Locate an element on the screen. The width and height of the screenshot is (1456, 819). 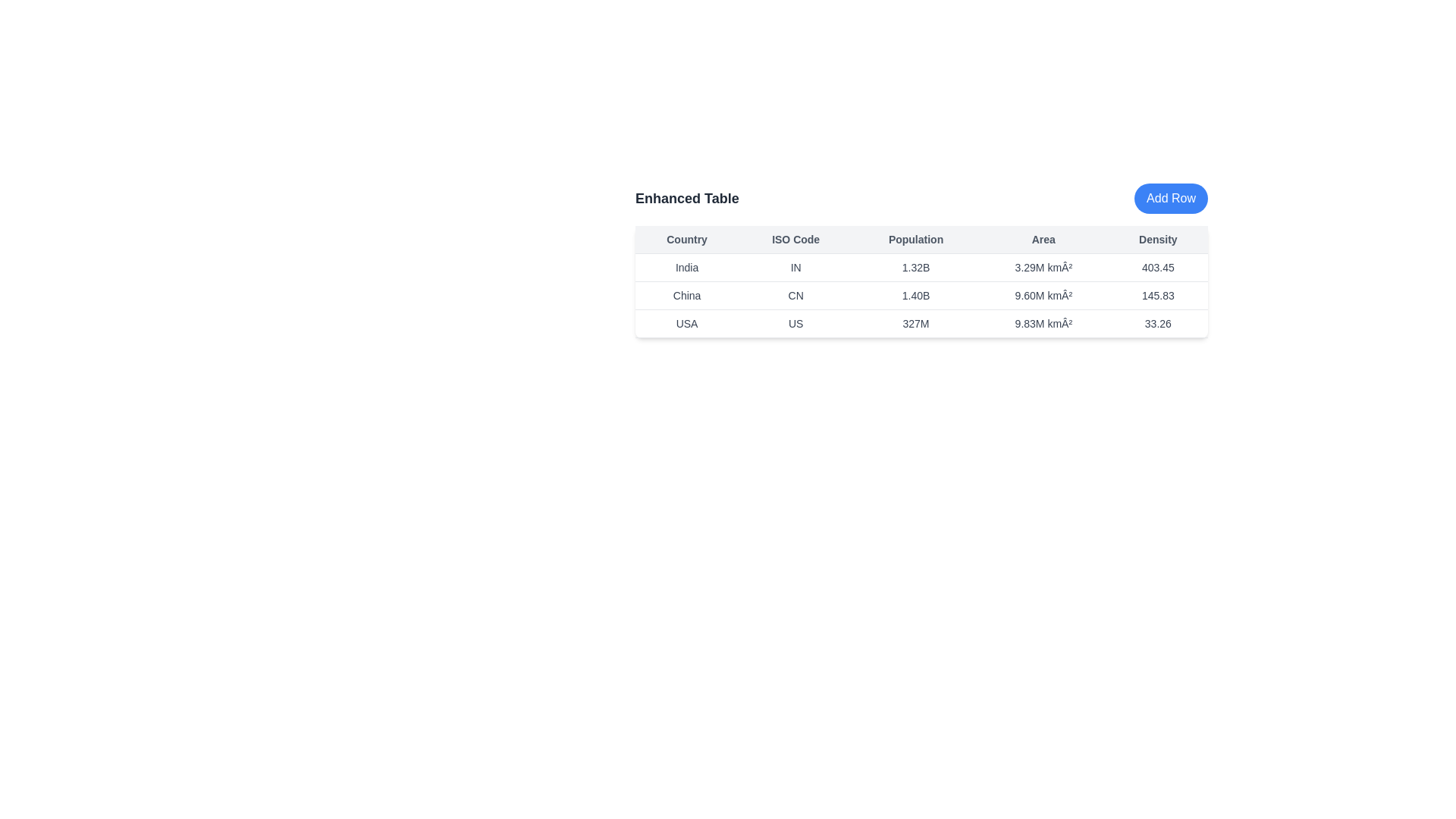
the text label displaying 'US' in the 'ISO Code' column of the 'USA' row, which is styled in gray and has a small font size is located at coordinates (795, 323).